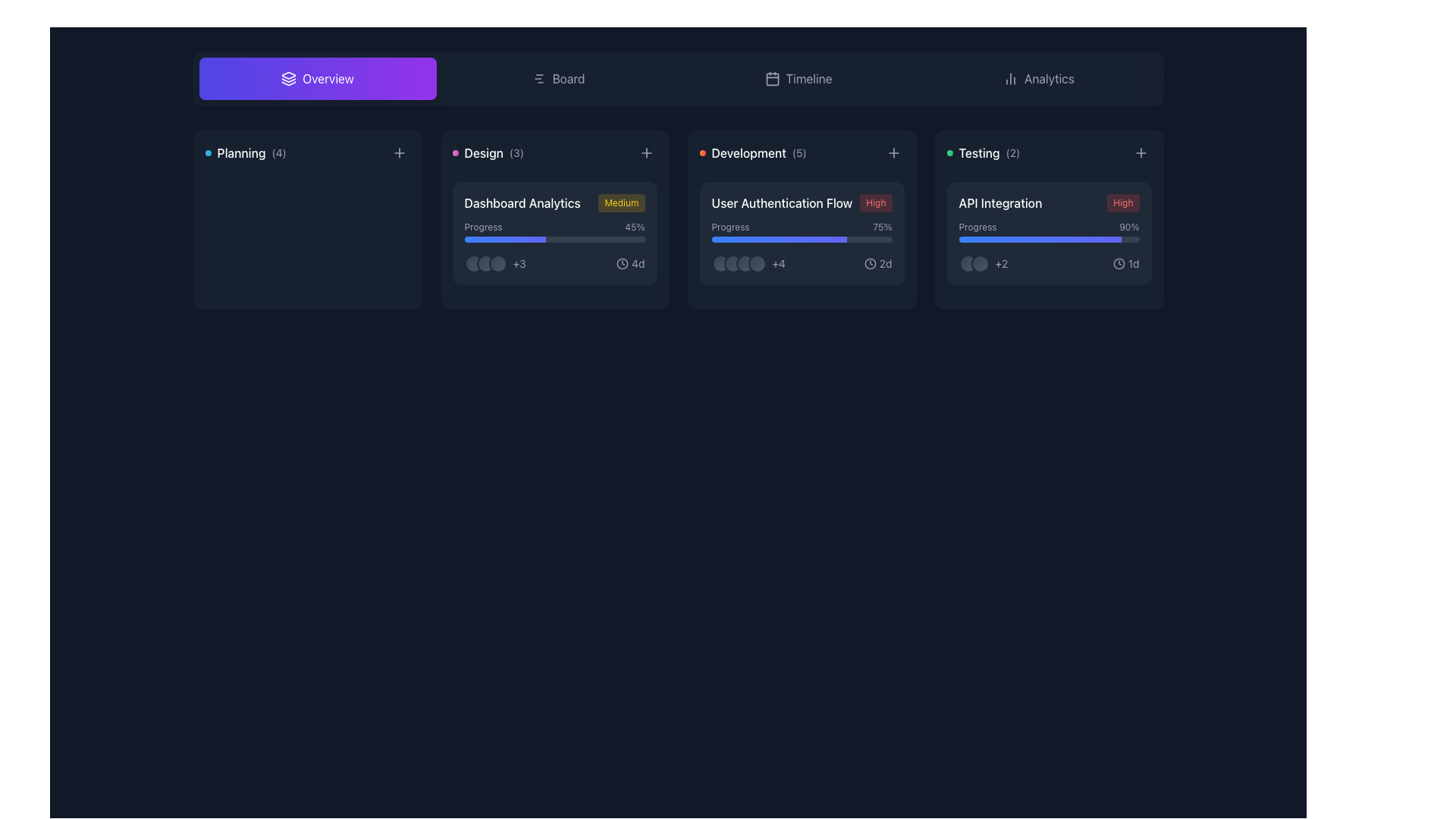  What do you see at coordinates (1134, 262) in the screenshot?
I see `the static text displaying '1d' located in the bottom-right corner of the card with the header 'API Integration' in the 'Testing' column` at bounding box center [1134, 262].